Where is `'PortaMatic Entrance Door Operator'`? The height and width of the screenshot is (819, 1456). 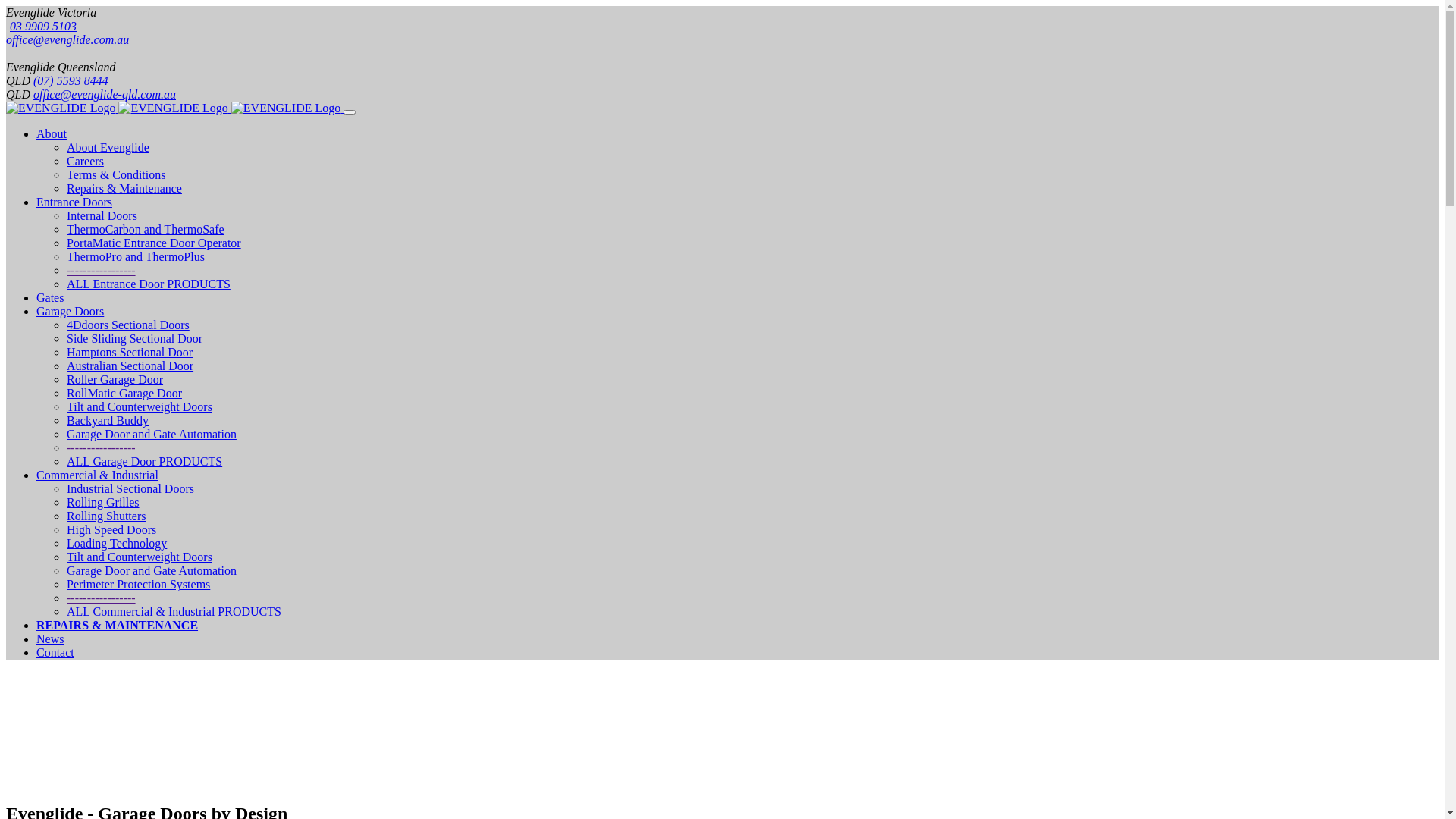 'PortaMatic Entrance Door Operator' is located at coordinates (65, 242).